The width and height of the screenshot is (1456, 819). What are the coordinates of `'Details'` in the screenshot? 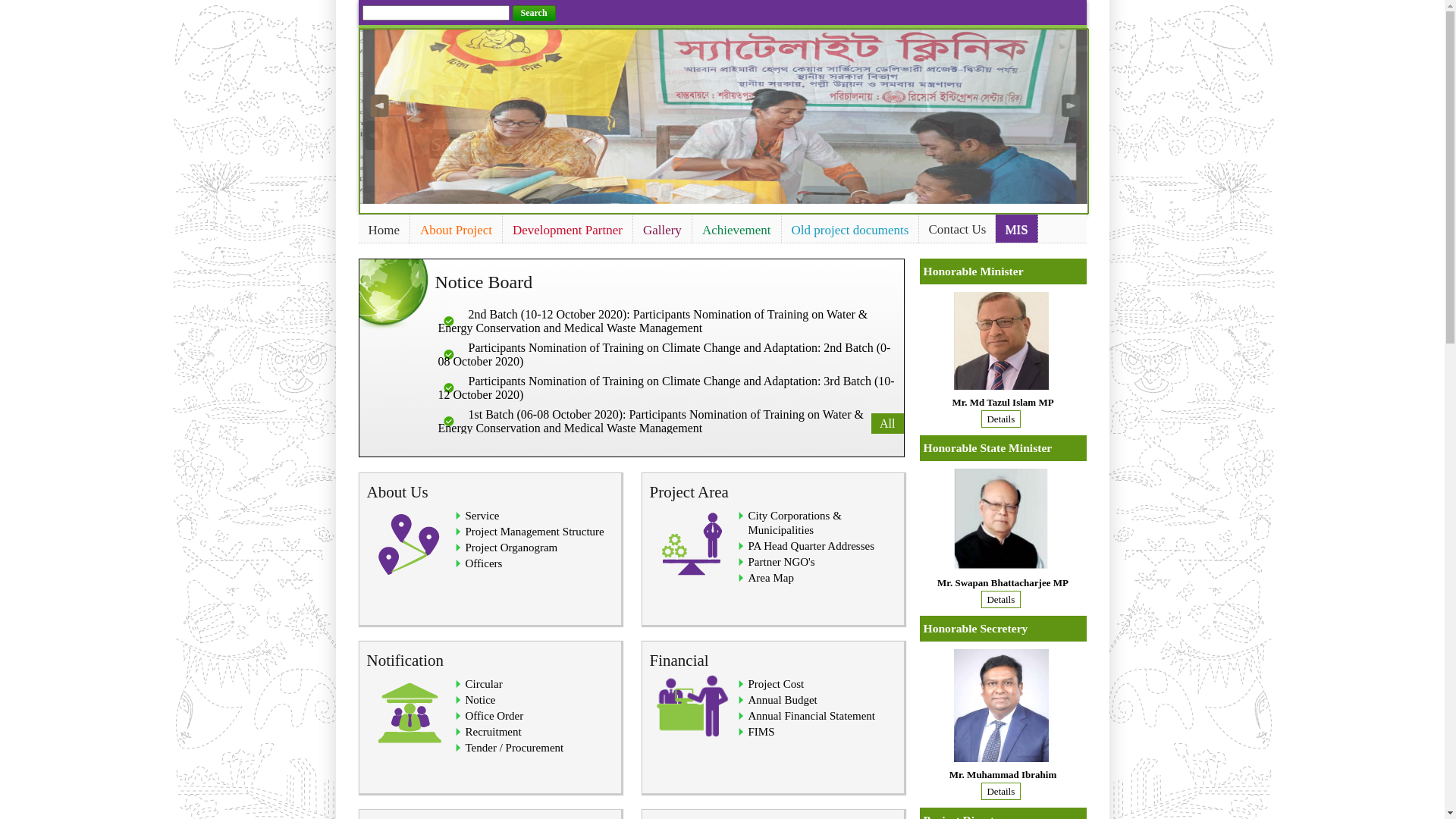 It's located at (1002, 790).